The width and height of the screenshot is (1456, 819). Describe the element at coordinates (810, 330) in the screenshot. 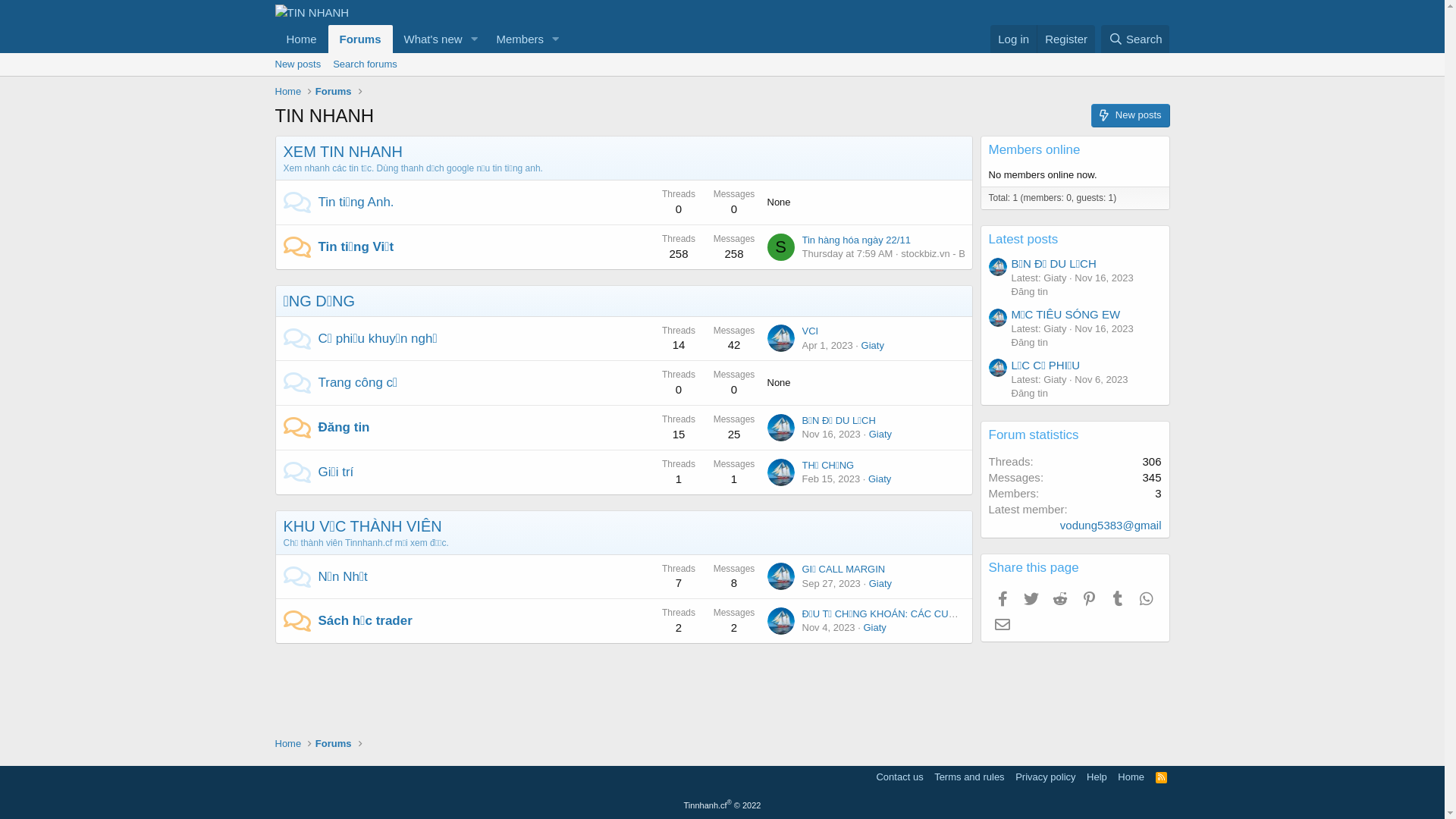

I see `'VCI'` at that location.